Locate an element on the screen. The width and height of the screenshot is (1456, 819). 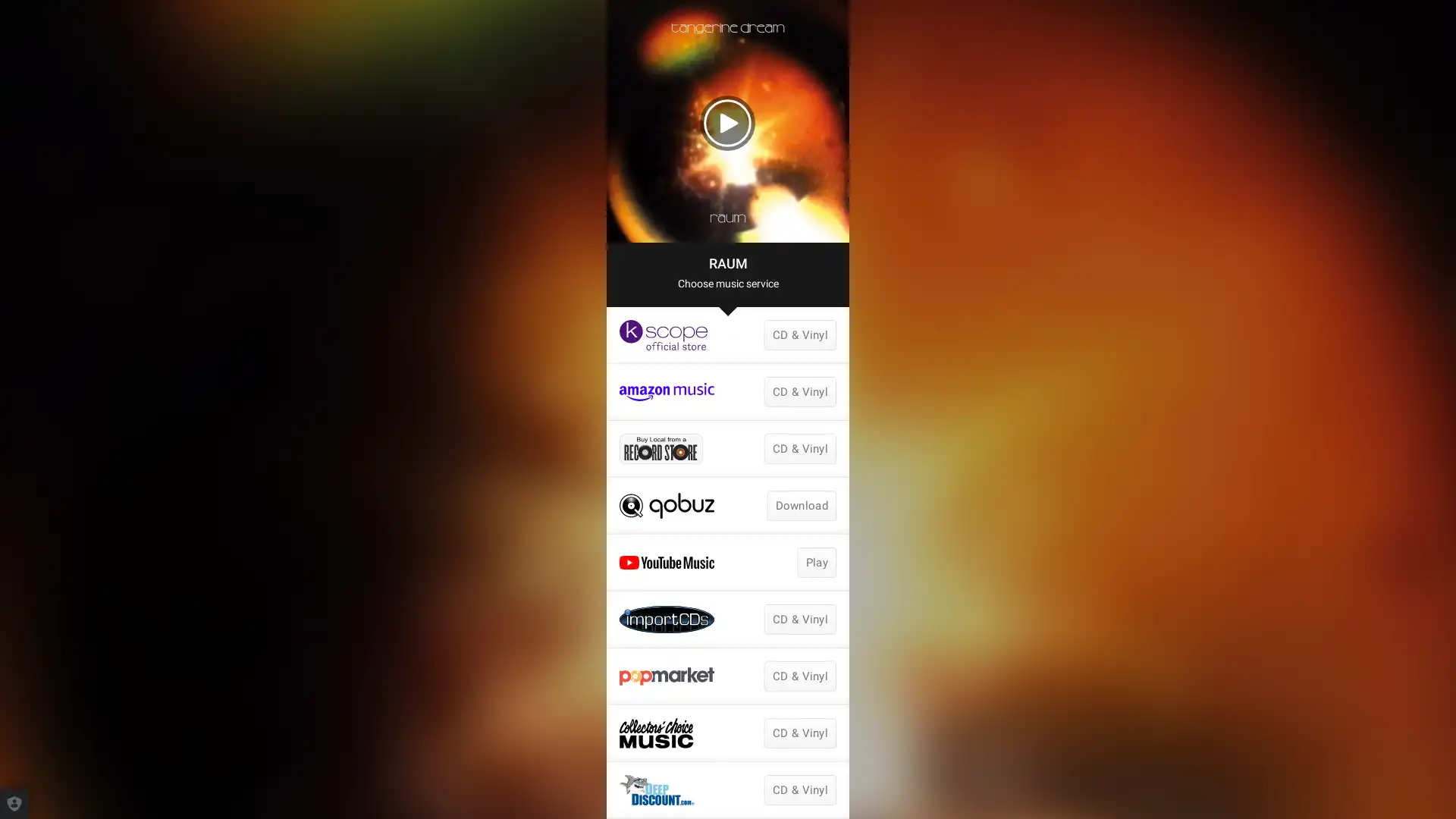
CD & Vinyl is located at coordinates (799, 620).